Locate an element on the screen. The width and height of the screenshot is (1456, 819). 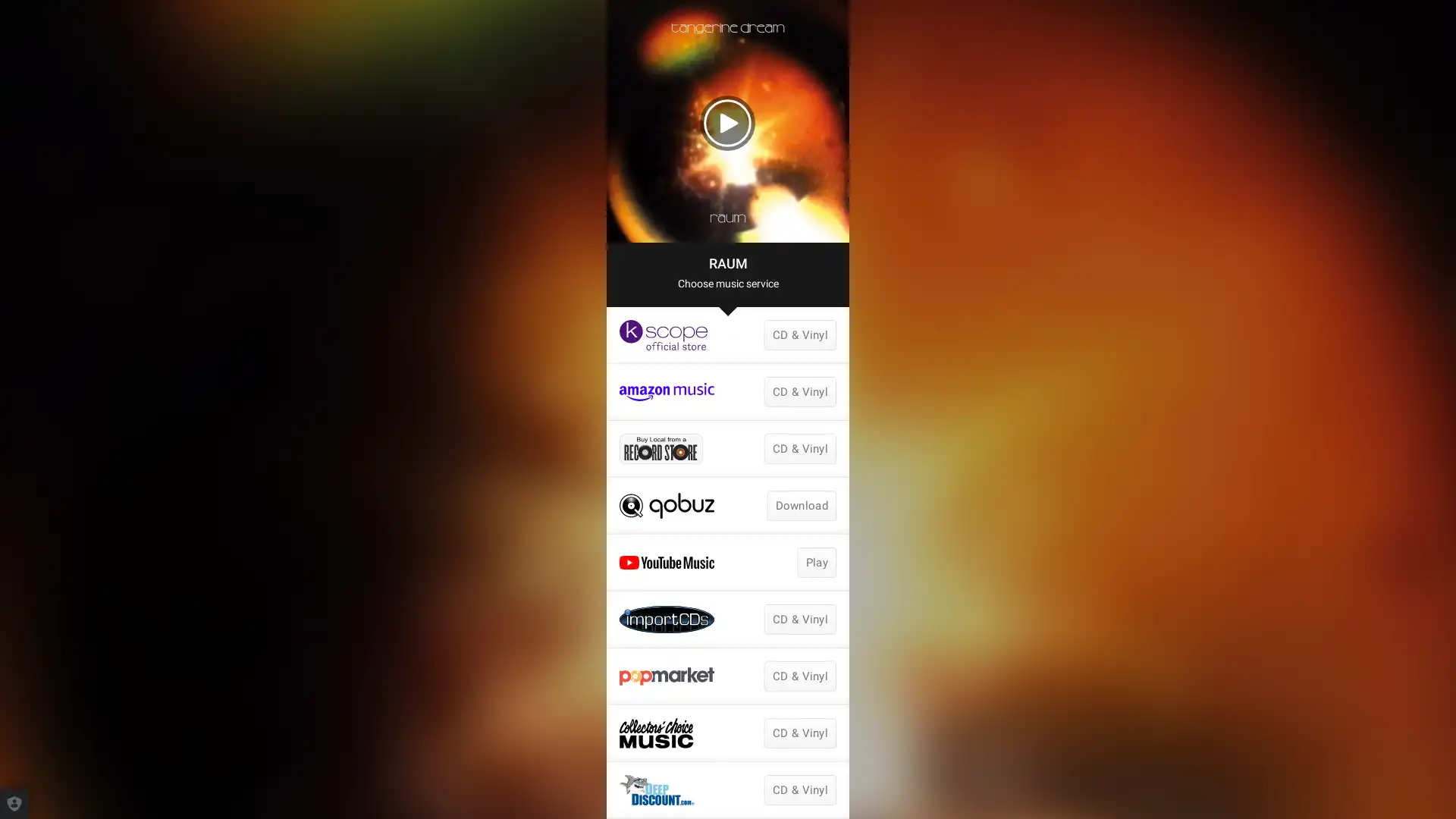
CD & Vinyl is located at coordinates (799, 620).